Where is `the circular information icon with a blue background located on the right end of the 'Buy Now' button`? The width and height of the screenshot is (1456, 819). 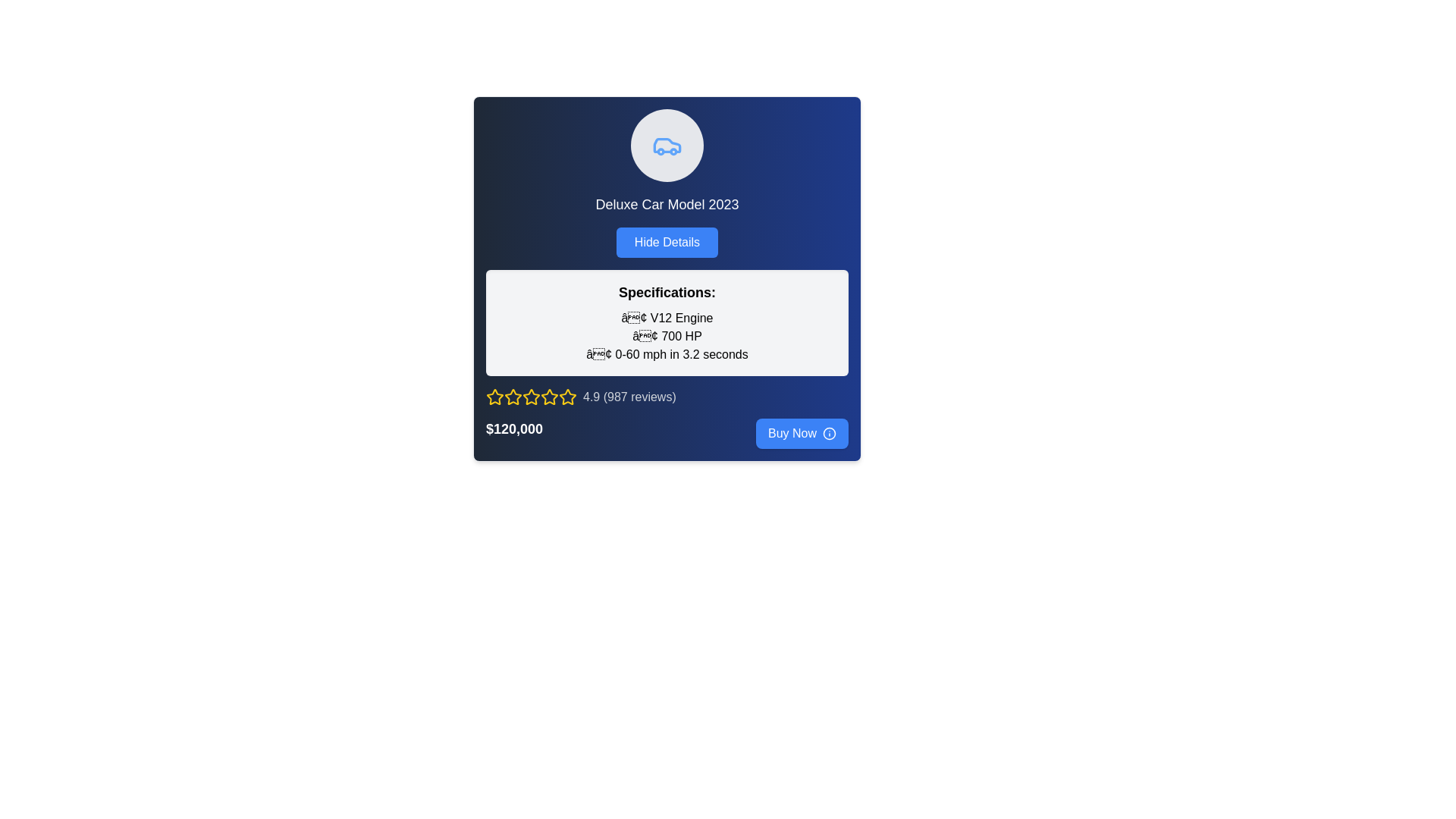 the circular information icon with a blue background located on the right end of the 'Buy Now' button is located at coordinates (829, 433).